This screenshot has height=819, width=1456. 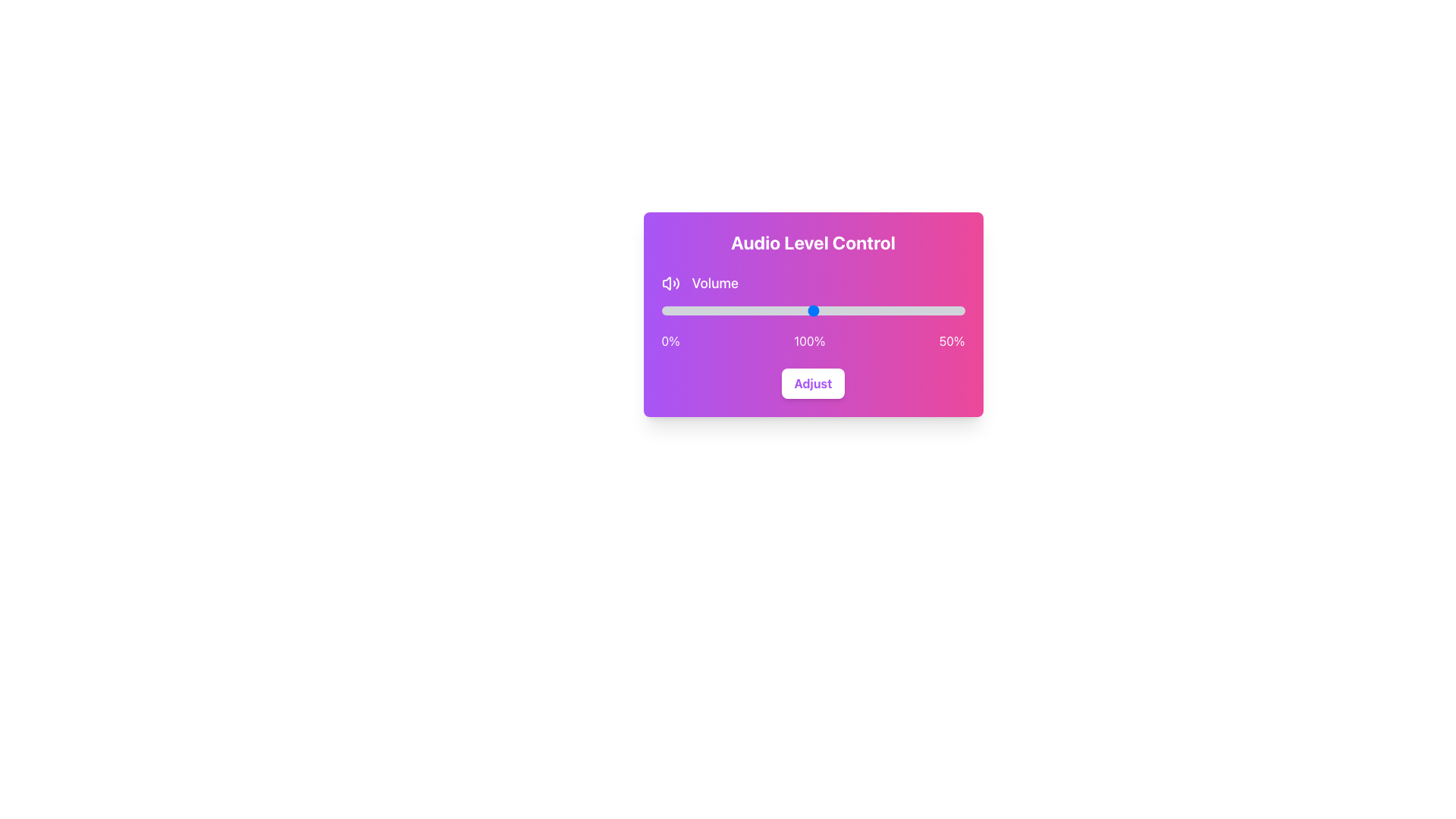 I want to click on the volume, so click(x=874, y=309).